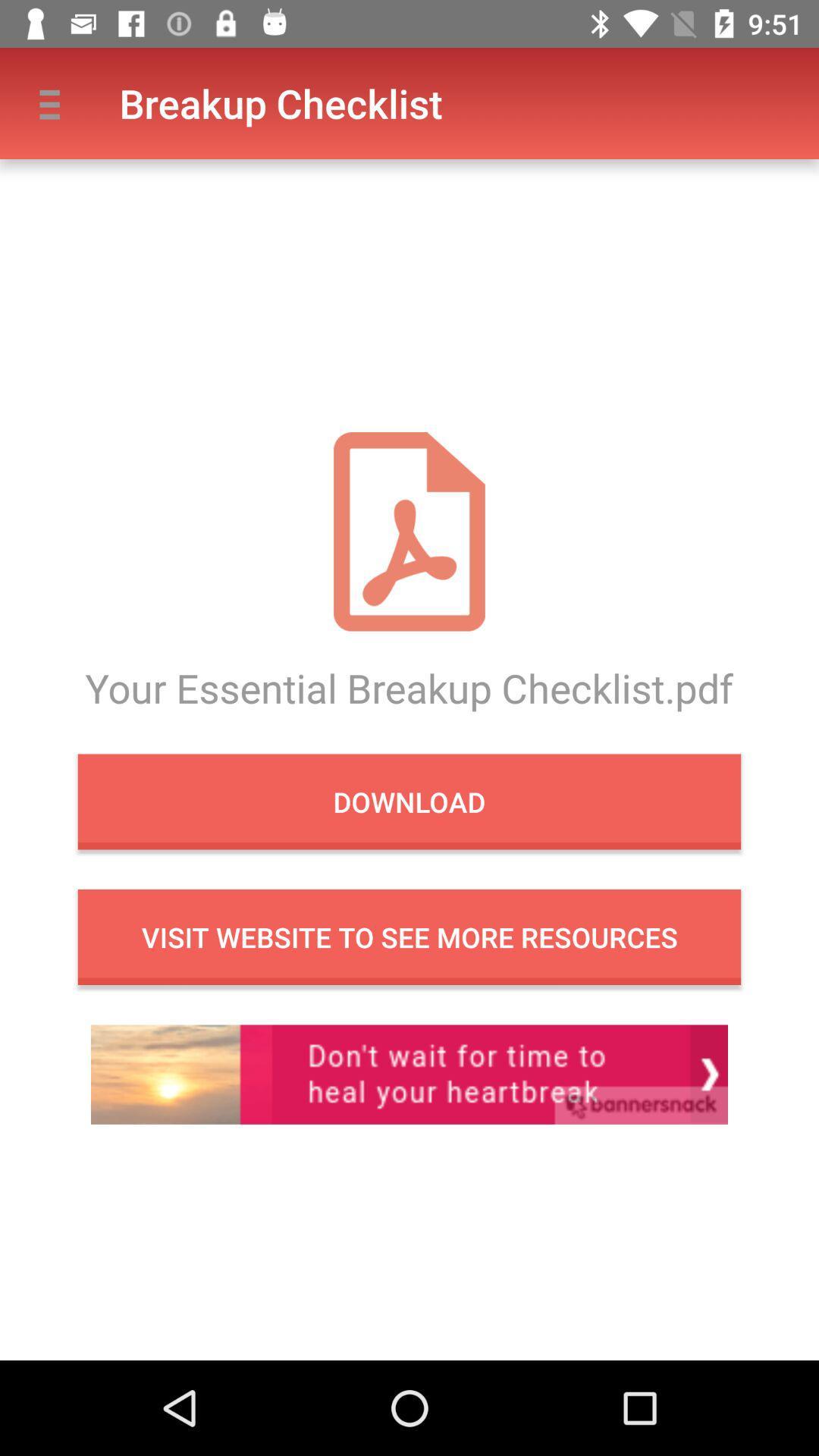  I want to click on click on add, so click(409, 1074).